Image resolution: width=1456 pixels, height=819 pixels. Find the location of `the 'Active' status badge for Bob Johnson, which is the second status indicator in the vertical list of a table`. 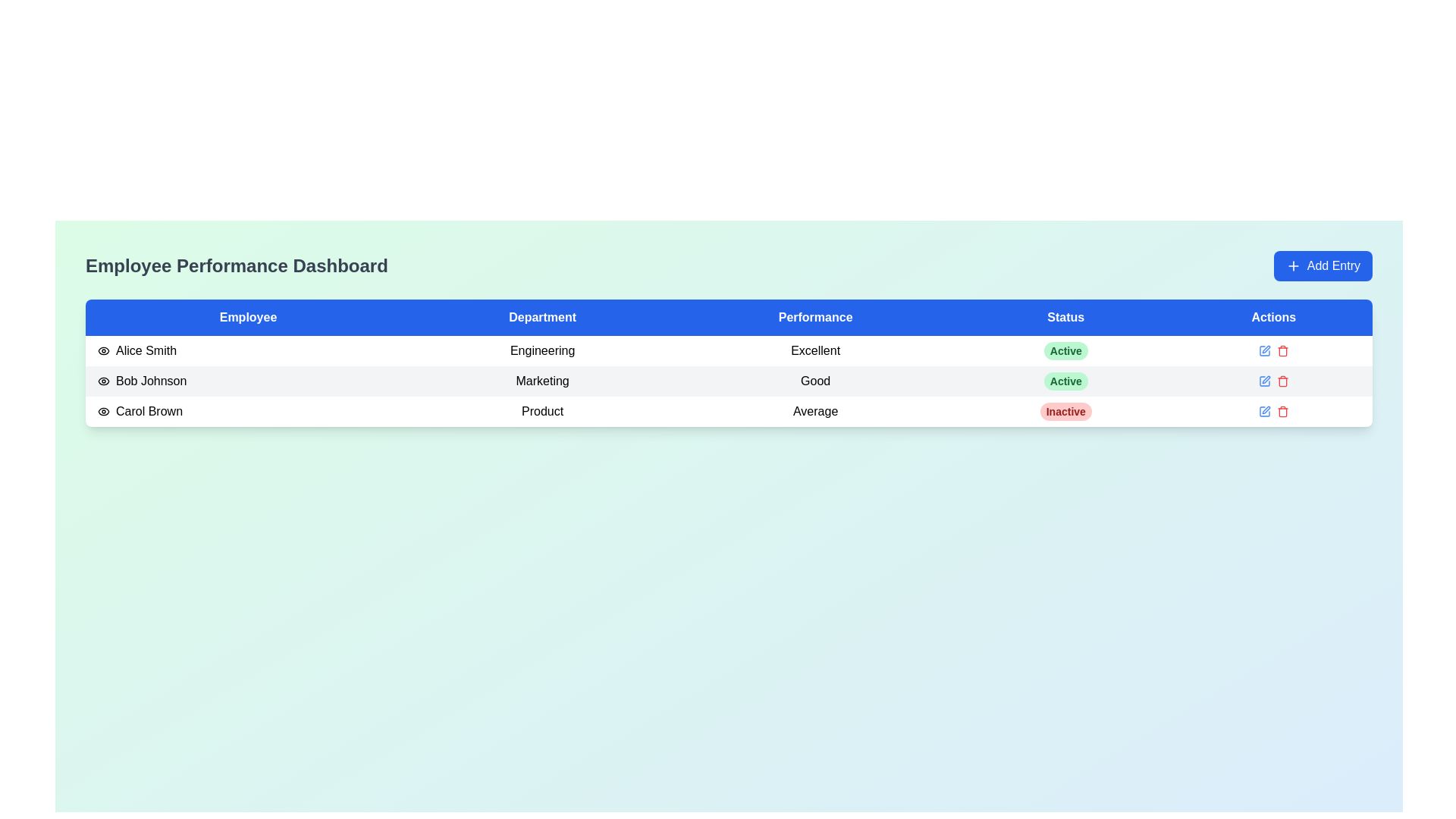

the 'Active' status badge for Bob Johnson, which is the second status indicator in the vertical list of a table is located at coordinates (1065, 380).